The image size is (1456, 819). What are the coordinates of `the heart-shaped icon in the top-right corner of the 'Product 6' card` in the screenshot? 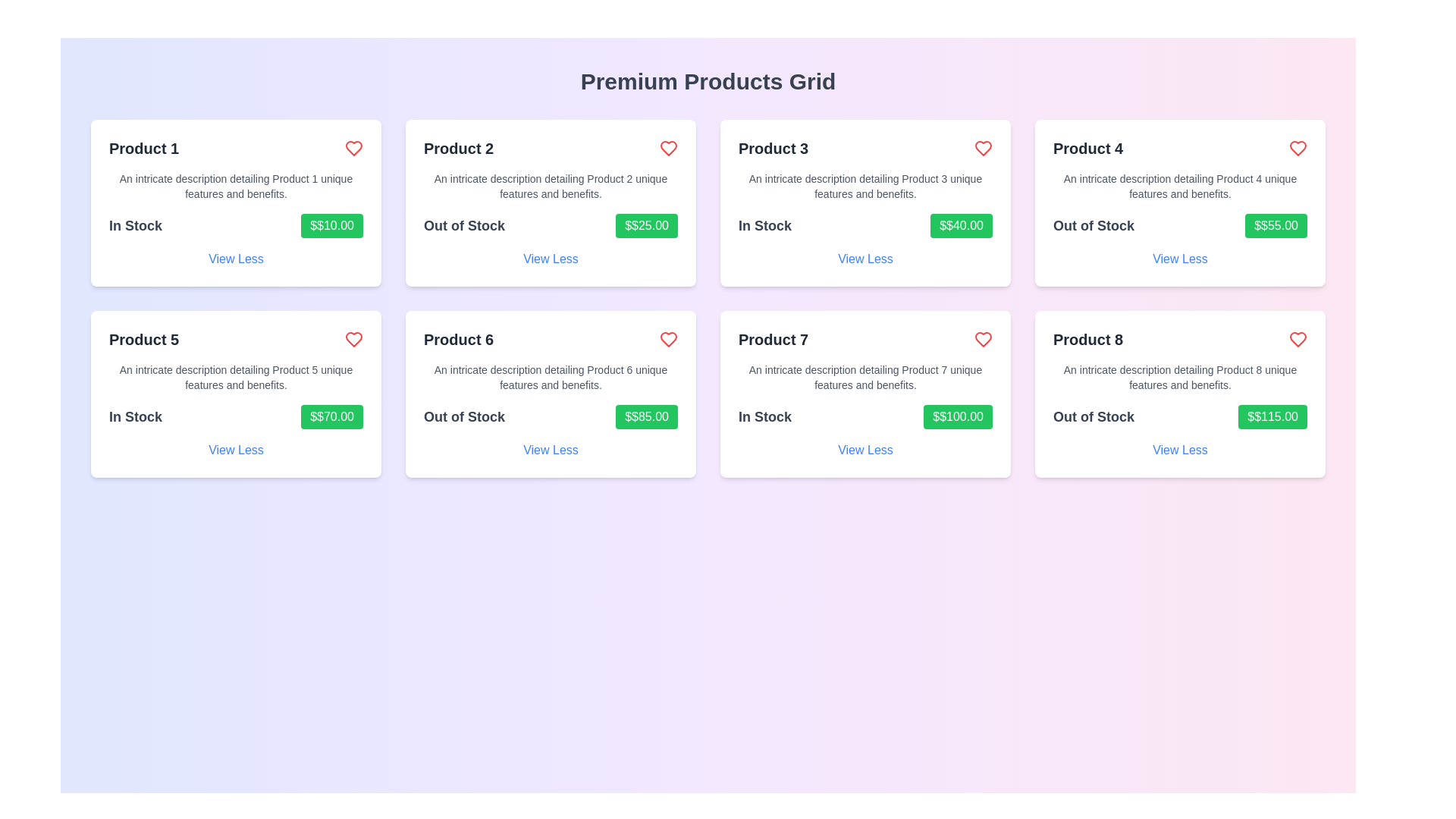 It's located at (668, 338).